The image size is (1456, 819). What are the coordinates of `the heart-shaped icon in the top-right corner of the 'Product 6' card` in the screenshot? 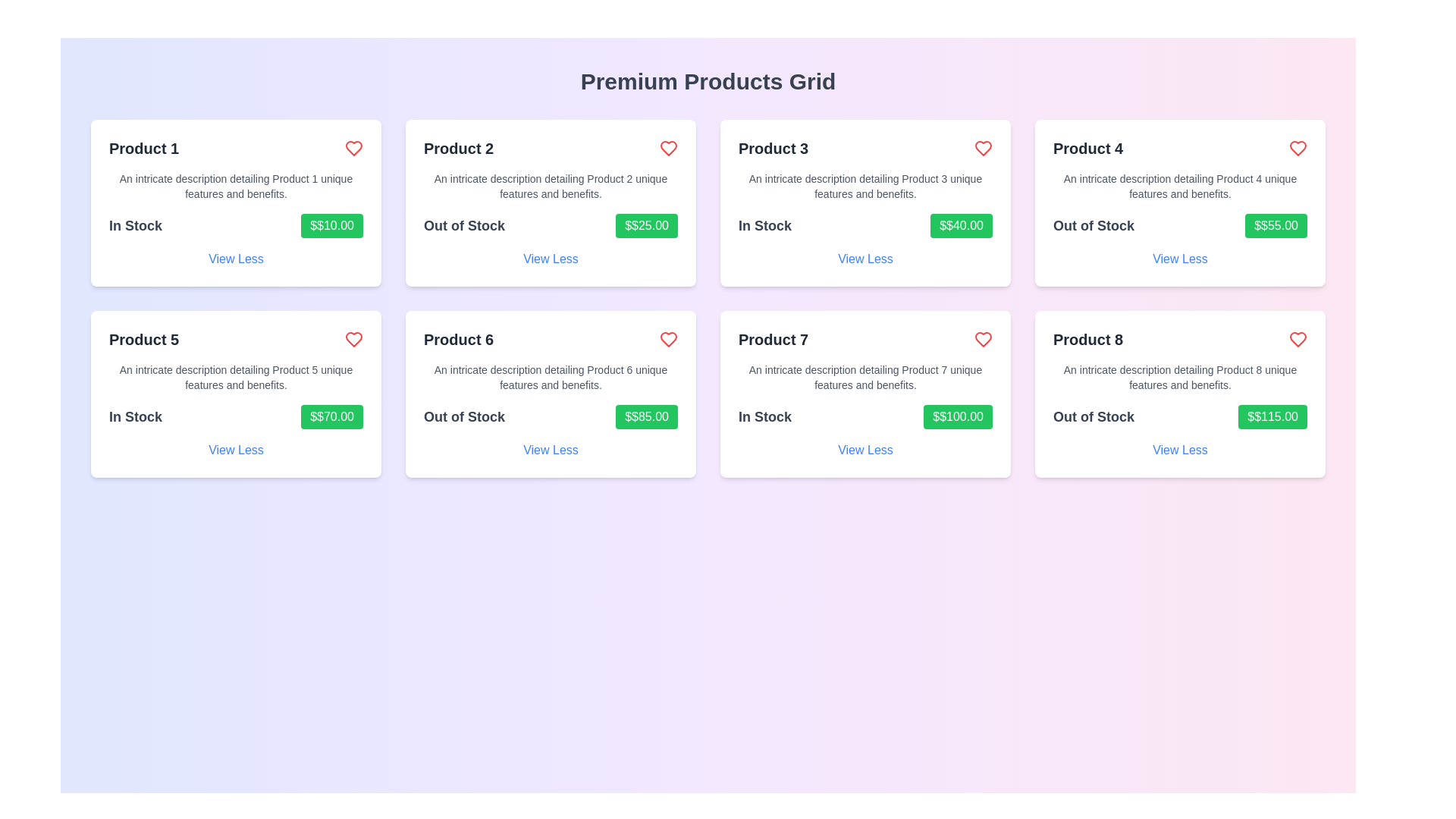 It's located at (668, 338).